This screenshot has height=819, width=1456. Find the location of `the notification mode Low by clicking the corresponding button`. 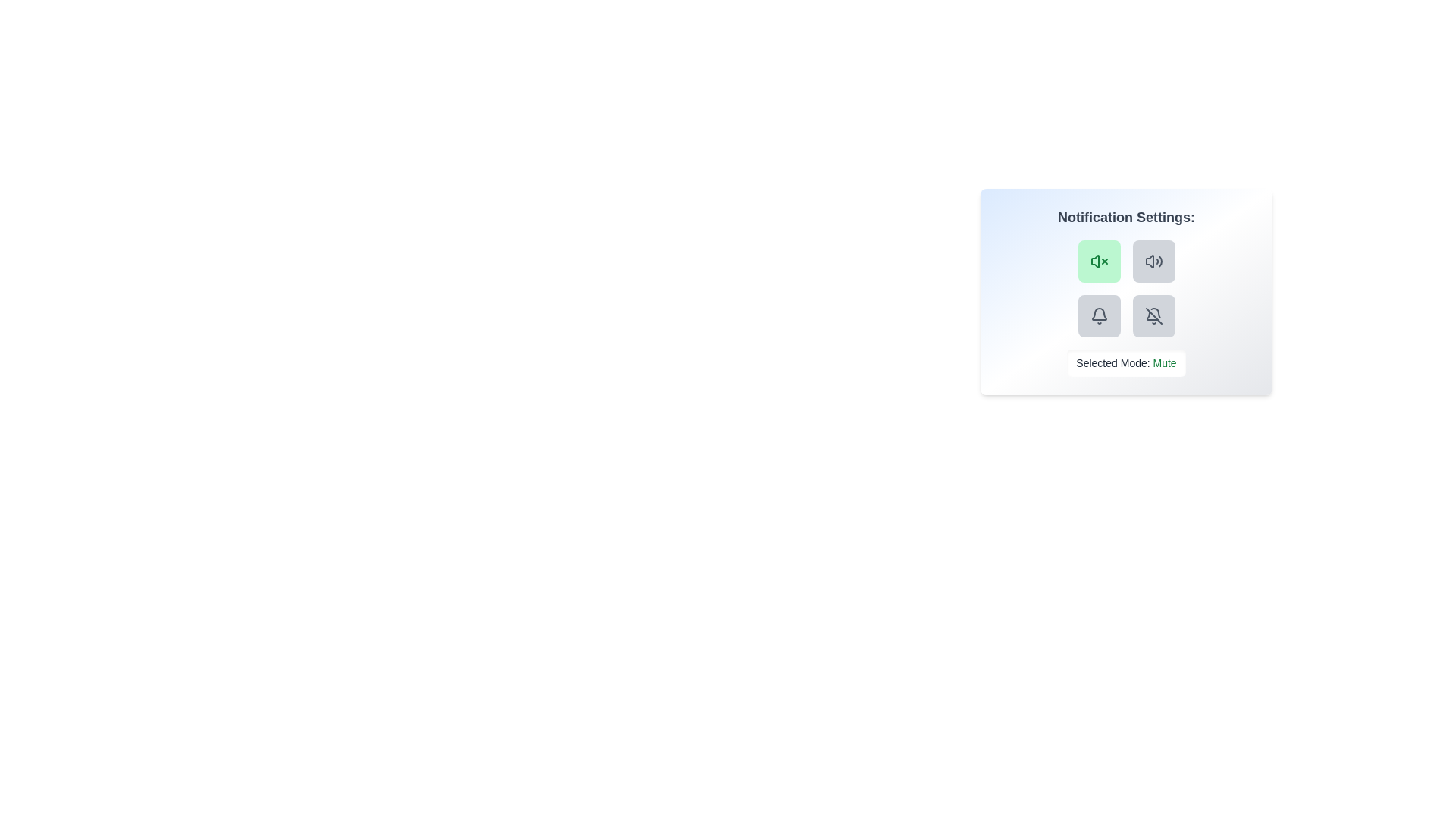

the notification mode Low by clicking the corresponding button is located at coordinates (1153, 260).